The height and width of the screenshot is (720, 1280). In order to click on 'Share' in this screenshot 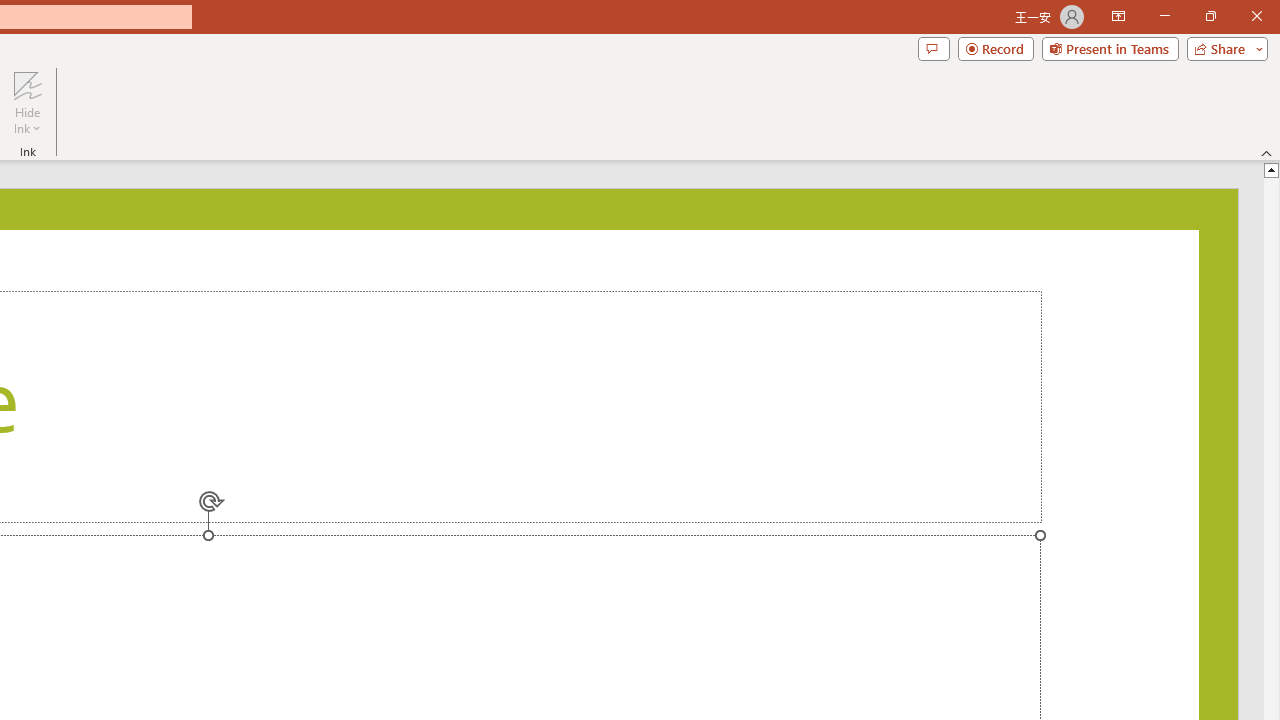, I will do `click(1222, 47)`.